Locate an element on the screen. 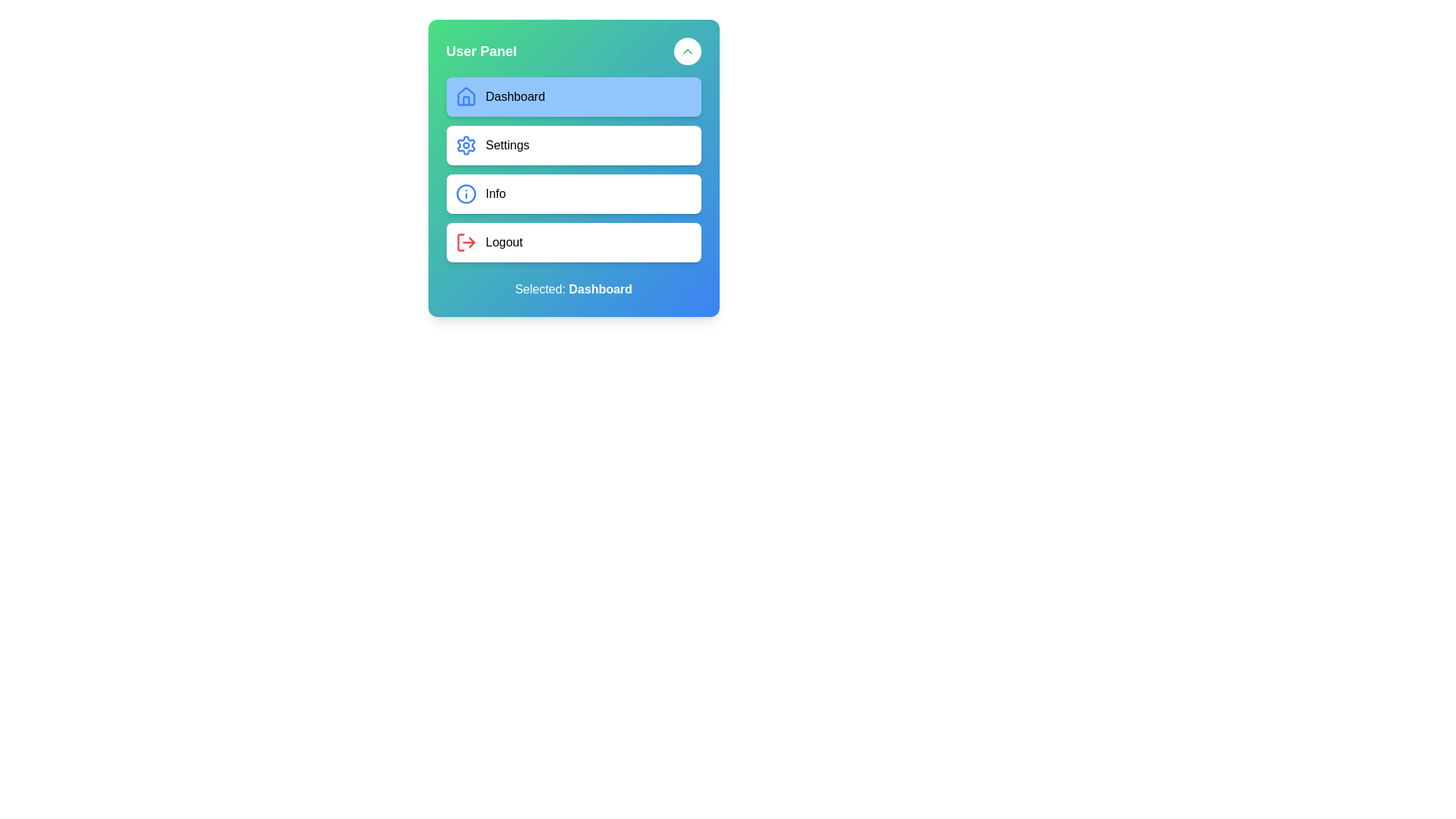 The width and height of the screenshot is (1456, 819). the 'Settings' button, which is the second button in a vertical menu is located at coordinates (573, 146).